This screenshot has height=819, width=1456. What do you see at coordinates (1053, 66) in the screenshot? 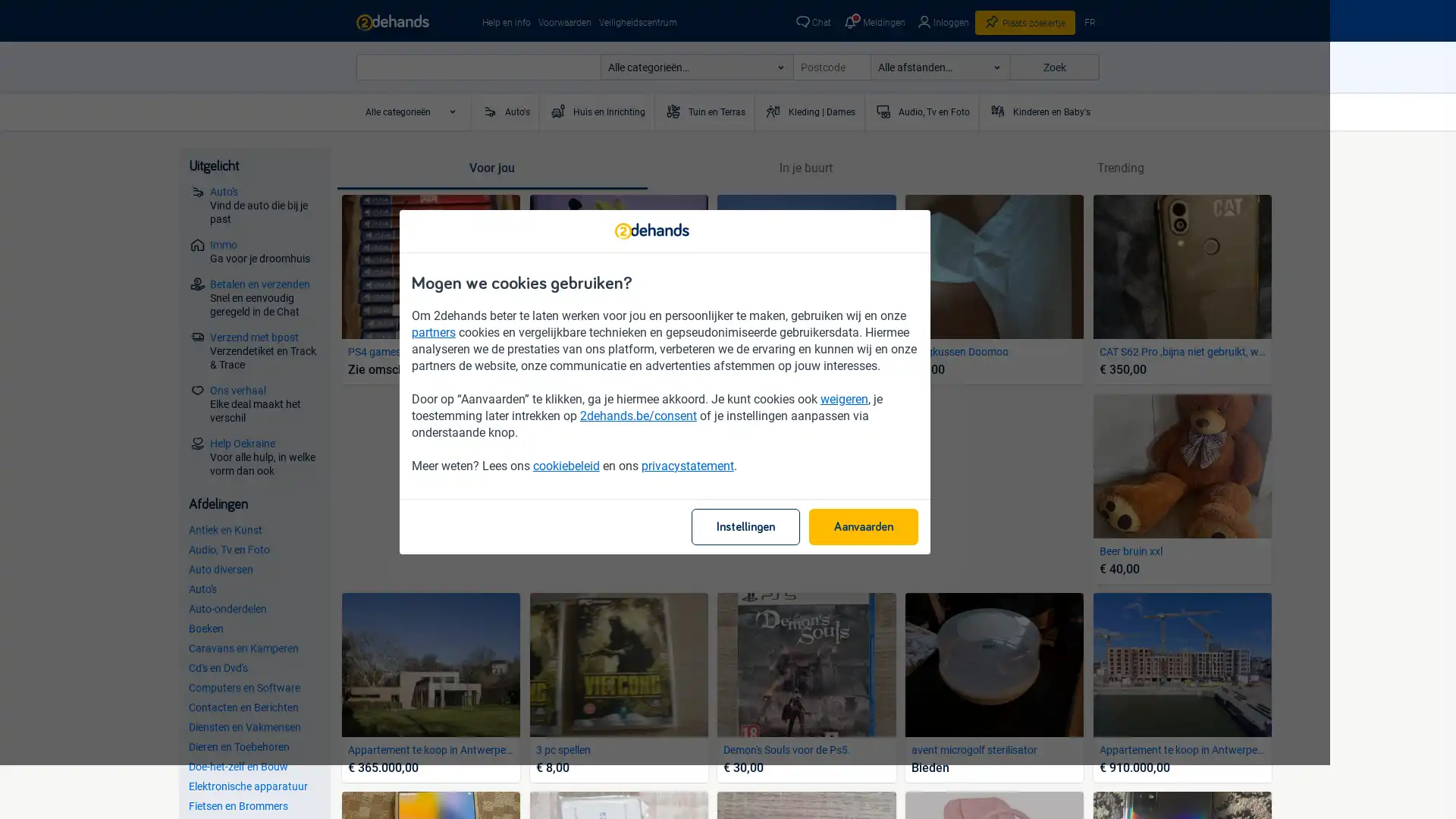
I see `Zoek` at bounding box center [1053, 66].